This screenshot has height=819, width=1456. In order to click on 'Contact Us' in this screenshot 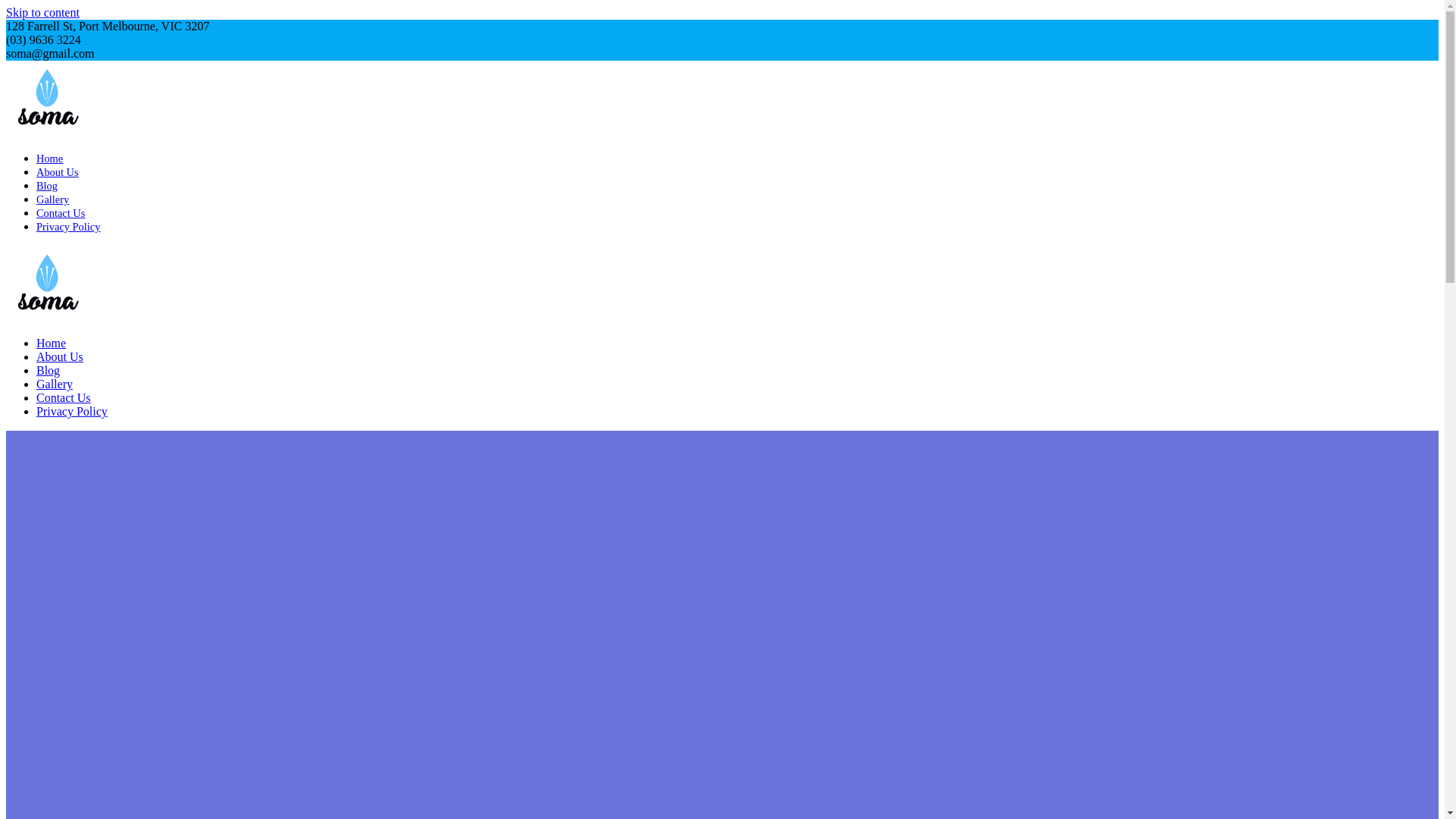, I will do `click(62, 397)`.